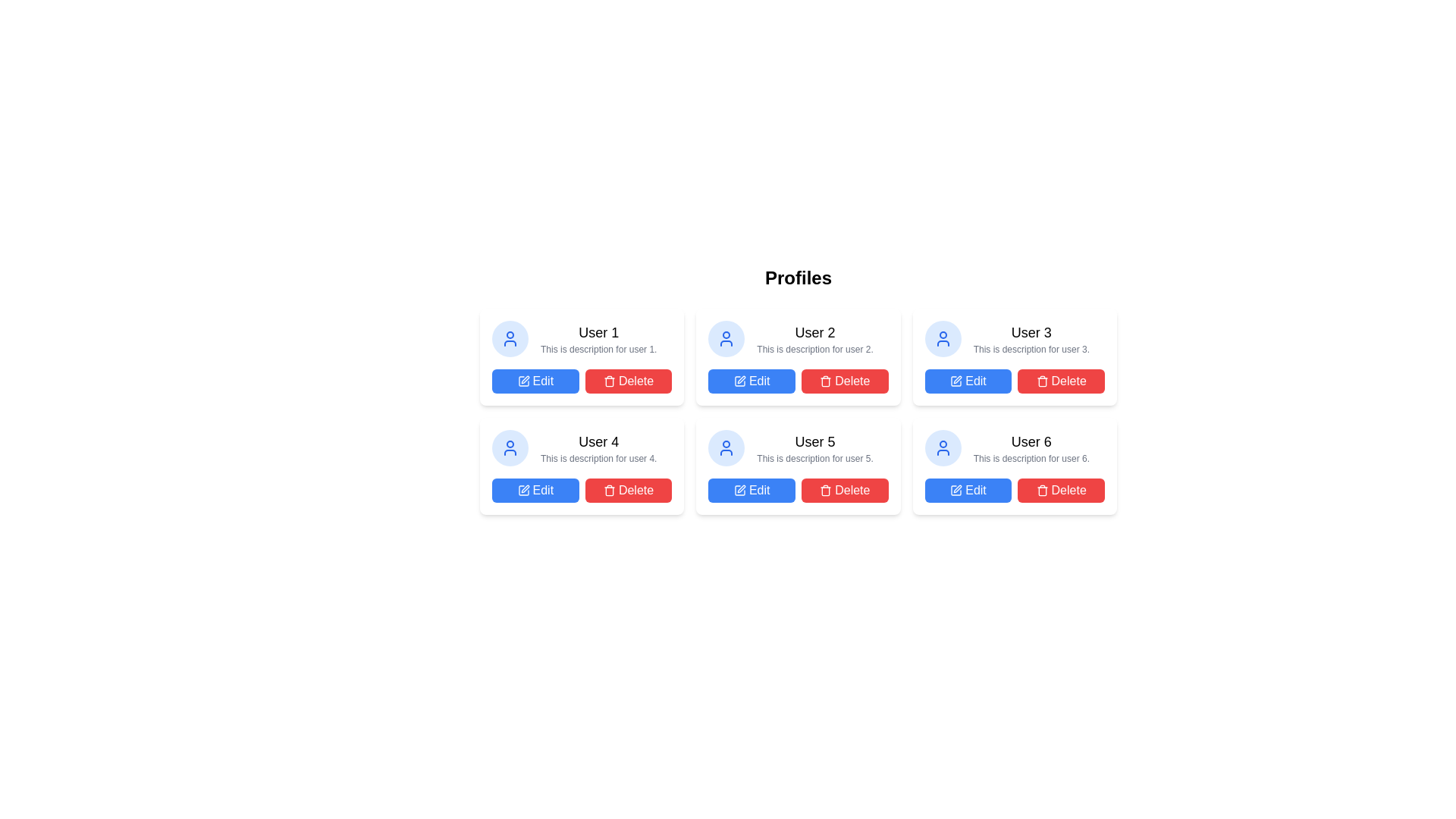 Image resolution: width=1456 pixels, height=819 pixels. Describe the element at coordinates (741, 379) in the screenshot. I see `the pen icon embedded within the 'Edit' button located beneath the 'User 2' profile card to indicate that clicking it will allow modifications to the user's details` at that location.